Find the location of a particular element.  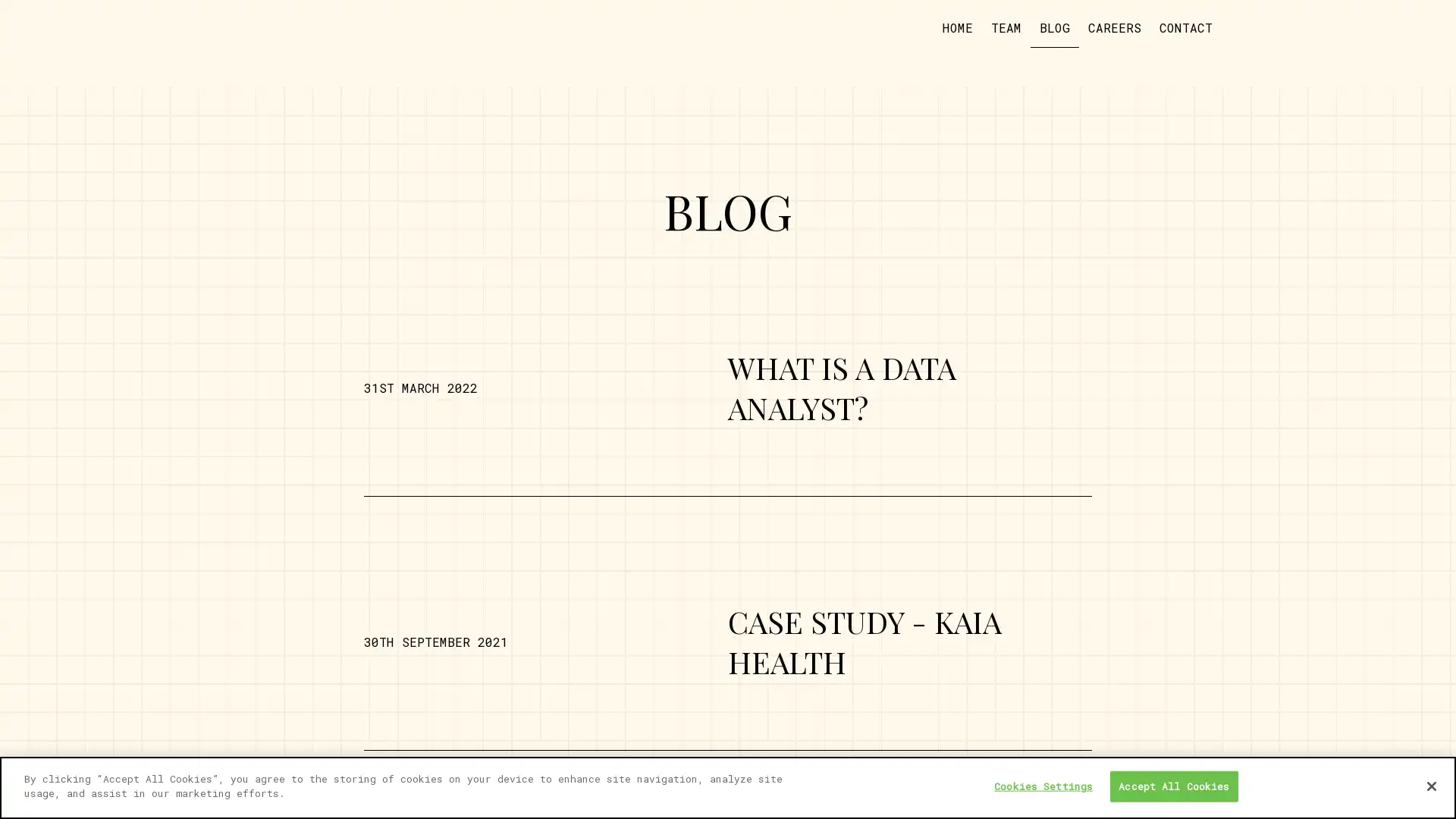

Cookies Settings is located at coordinates (1043, 786).